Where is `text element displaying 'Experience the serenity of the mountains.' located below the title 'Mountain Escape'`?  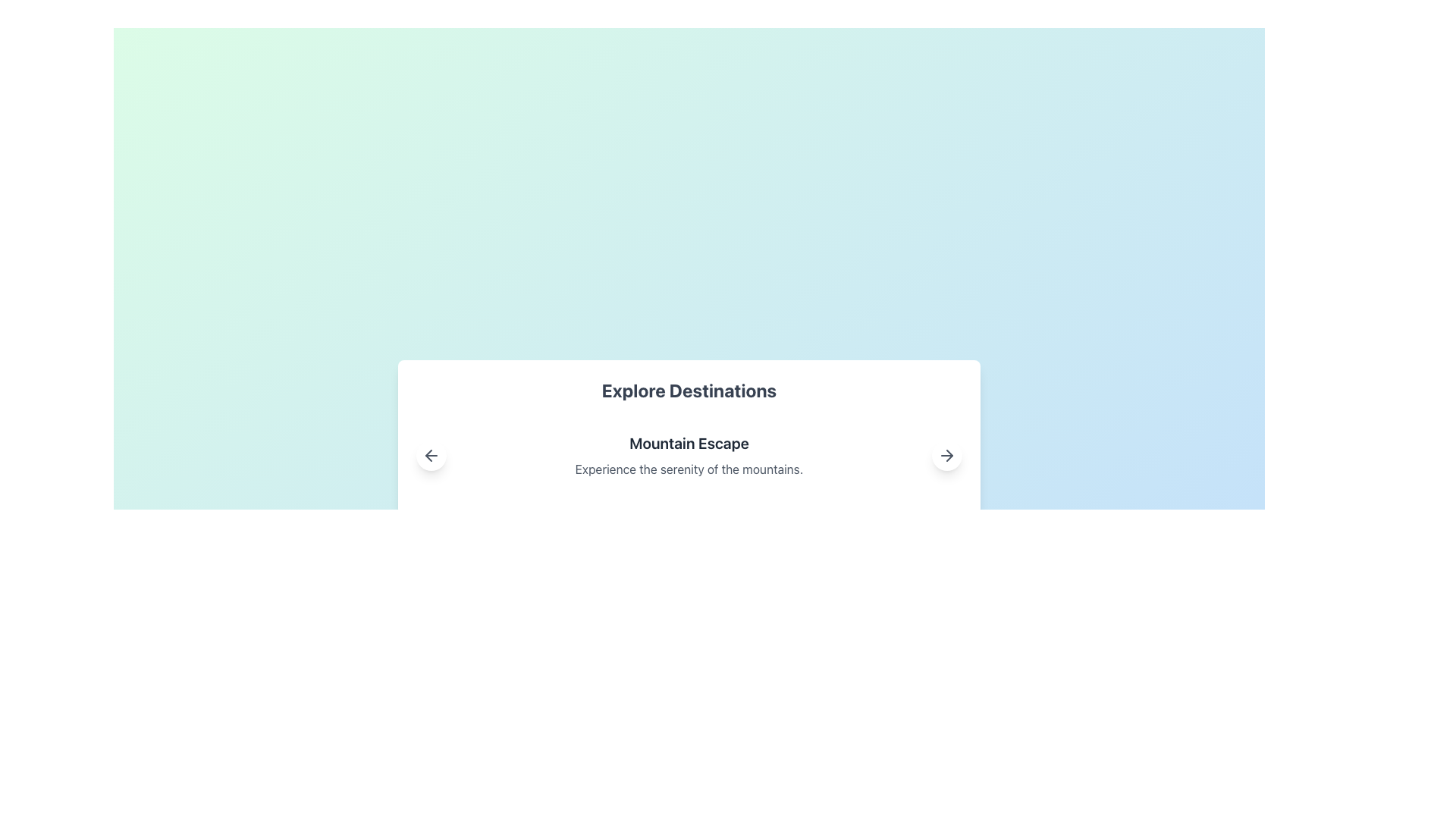 text element displaying 'Experience the serenity of the mountains.' located below the title 'Mountain Escape' is located at coordinates (688, 468).